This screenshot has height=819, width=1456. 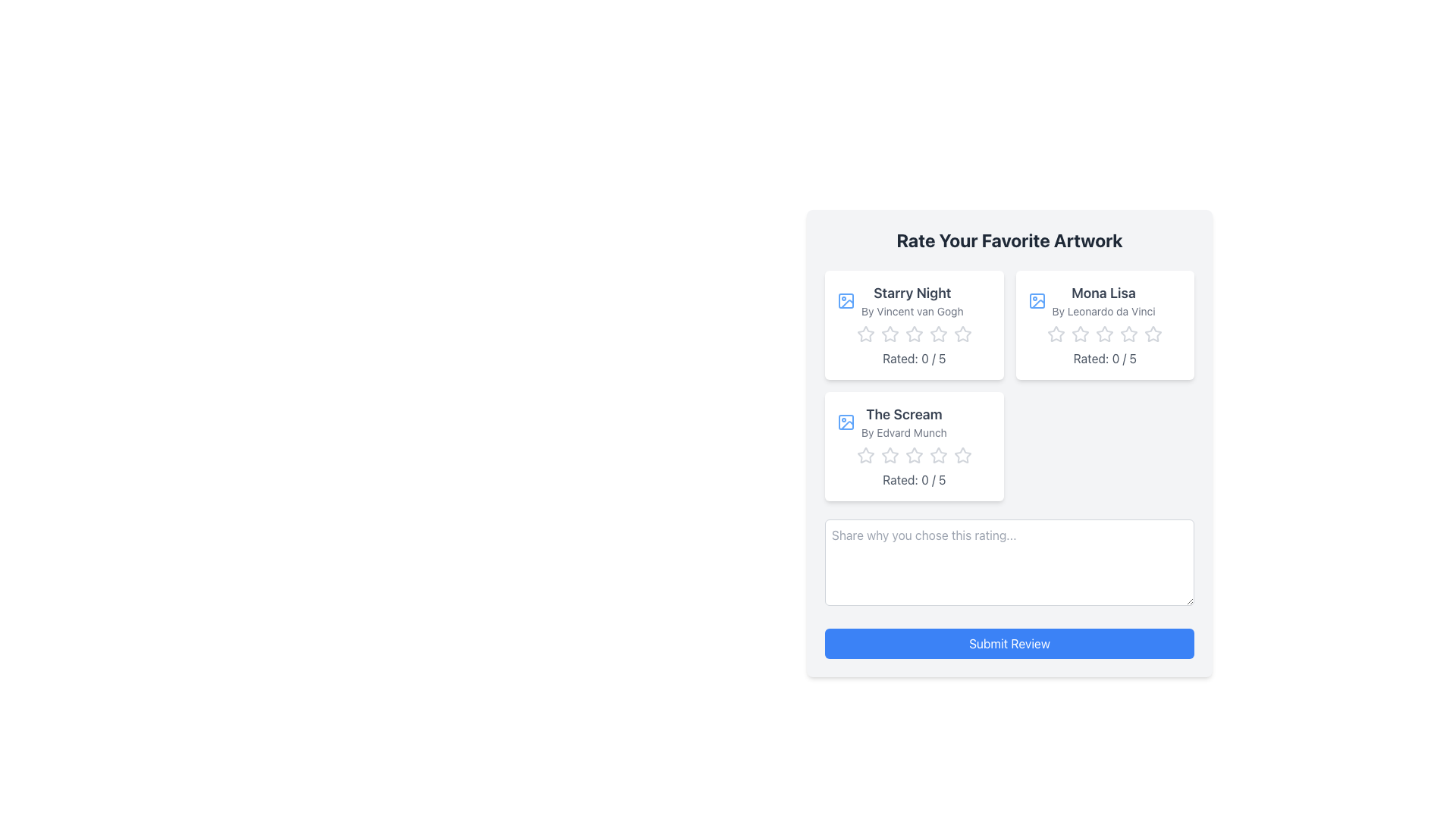 I want to click on the text input area for sharing thoughts regarding a rating, so click(x=1009, y=562).